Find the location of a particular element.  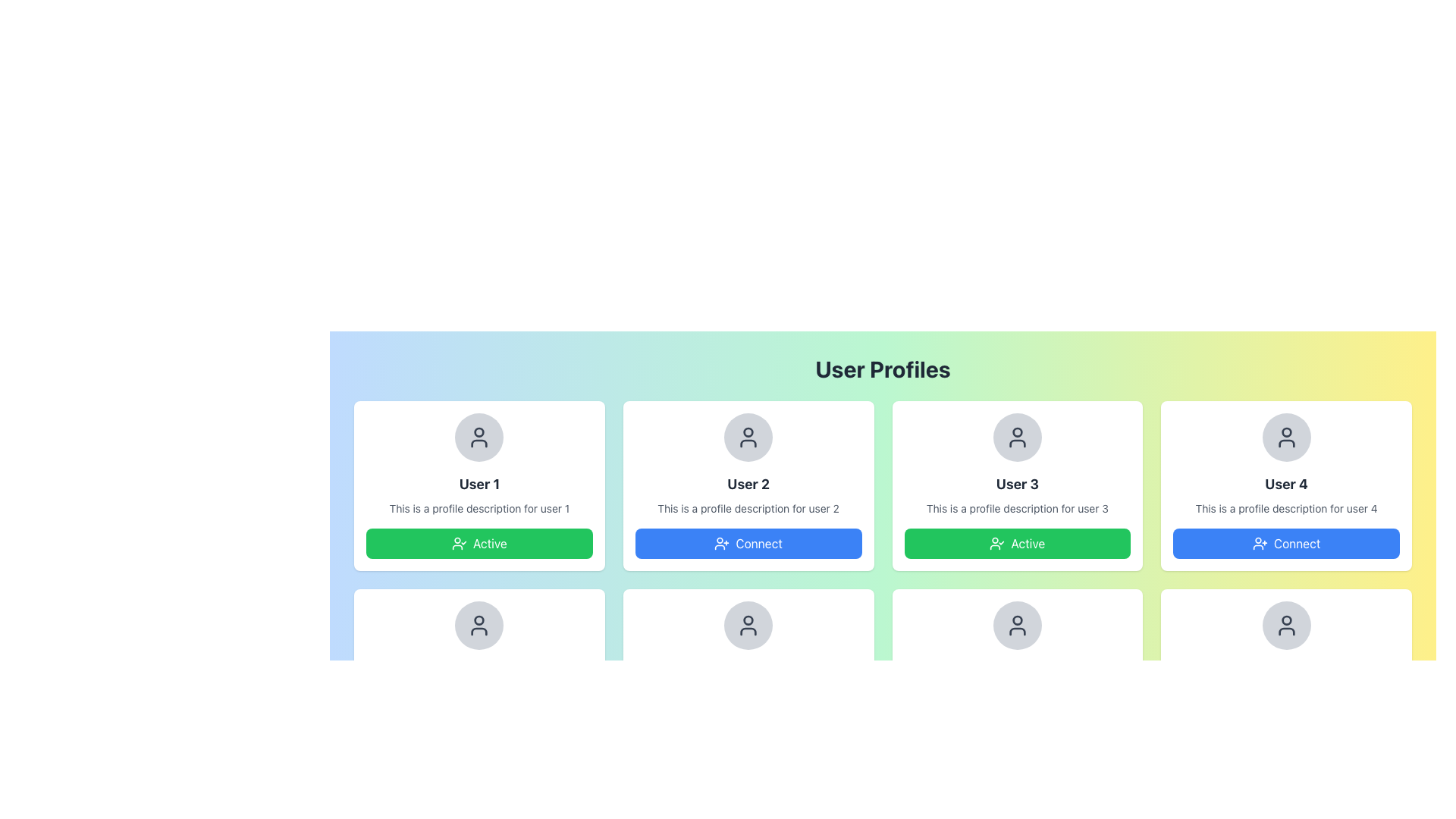

text displayed in the bold, large font of the Text Label that shows 'User 3' in the third user profile card at the specified coordinates is located at coordinates (1017, 485).